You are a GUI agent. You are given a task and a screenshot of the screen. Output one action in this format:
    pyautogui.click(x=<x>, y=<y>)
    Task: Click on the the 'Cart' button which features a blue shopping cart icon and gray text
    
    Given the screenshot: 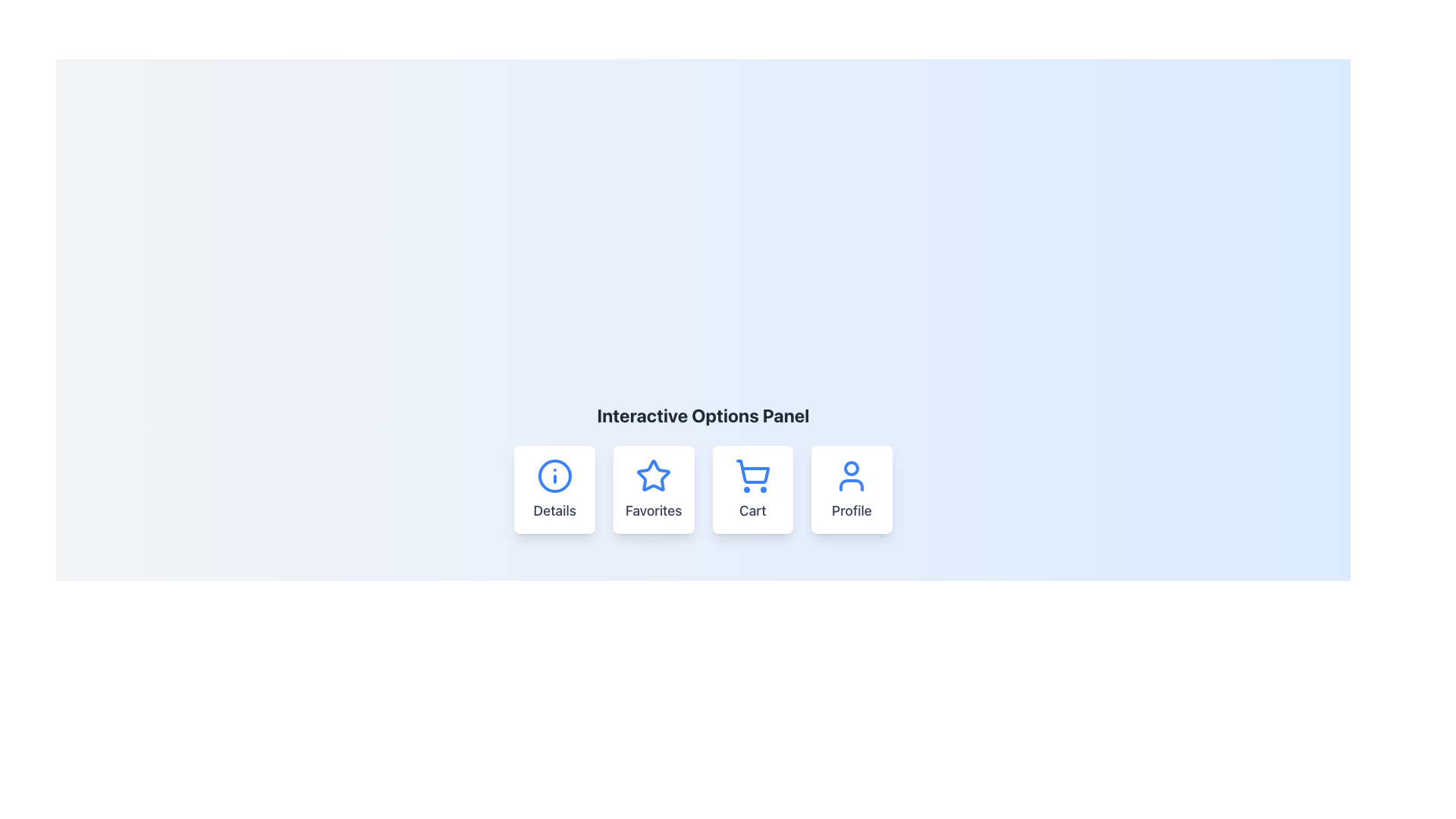 What is the action you would take?
    pyautogui.click(x=752, y=489)
    